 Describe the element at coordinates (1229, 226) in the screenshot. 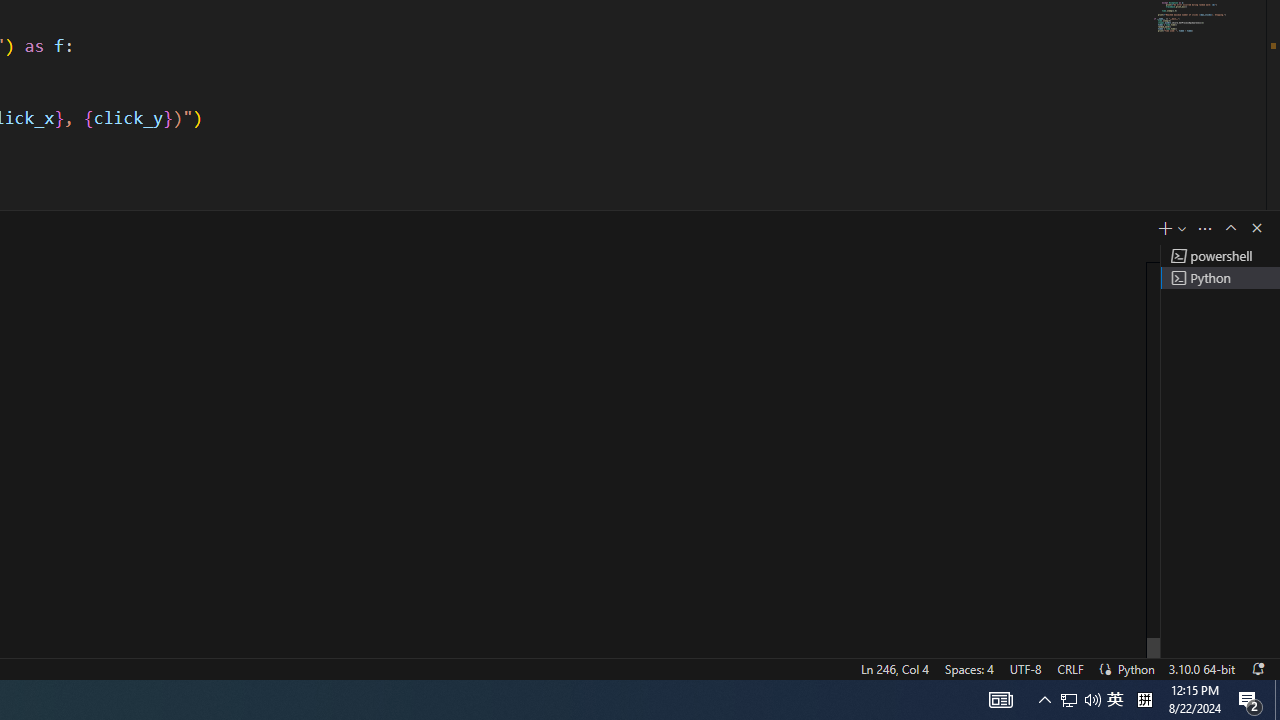

I see `'Maximize Panel Size'` at that location.